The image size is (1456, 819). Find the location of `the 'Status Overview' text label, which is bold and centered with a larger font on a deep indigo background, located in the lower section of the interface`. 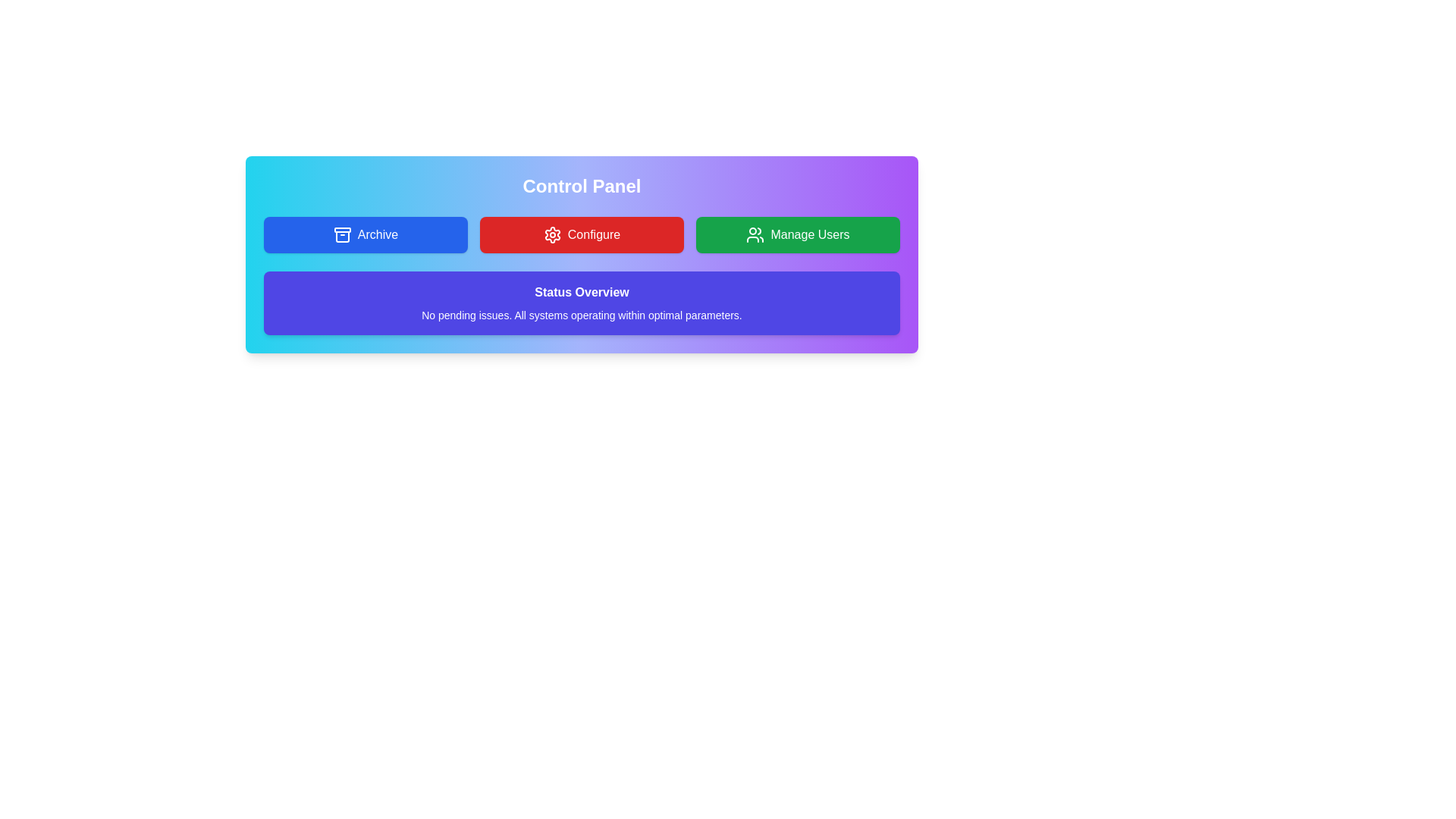

the 'Status Overview' text label, which is bold and centered with a larger font on a deep indigo background, located in the lower section of the interface is located at coordinates (581, 292).